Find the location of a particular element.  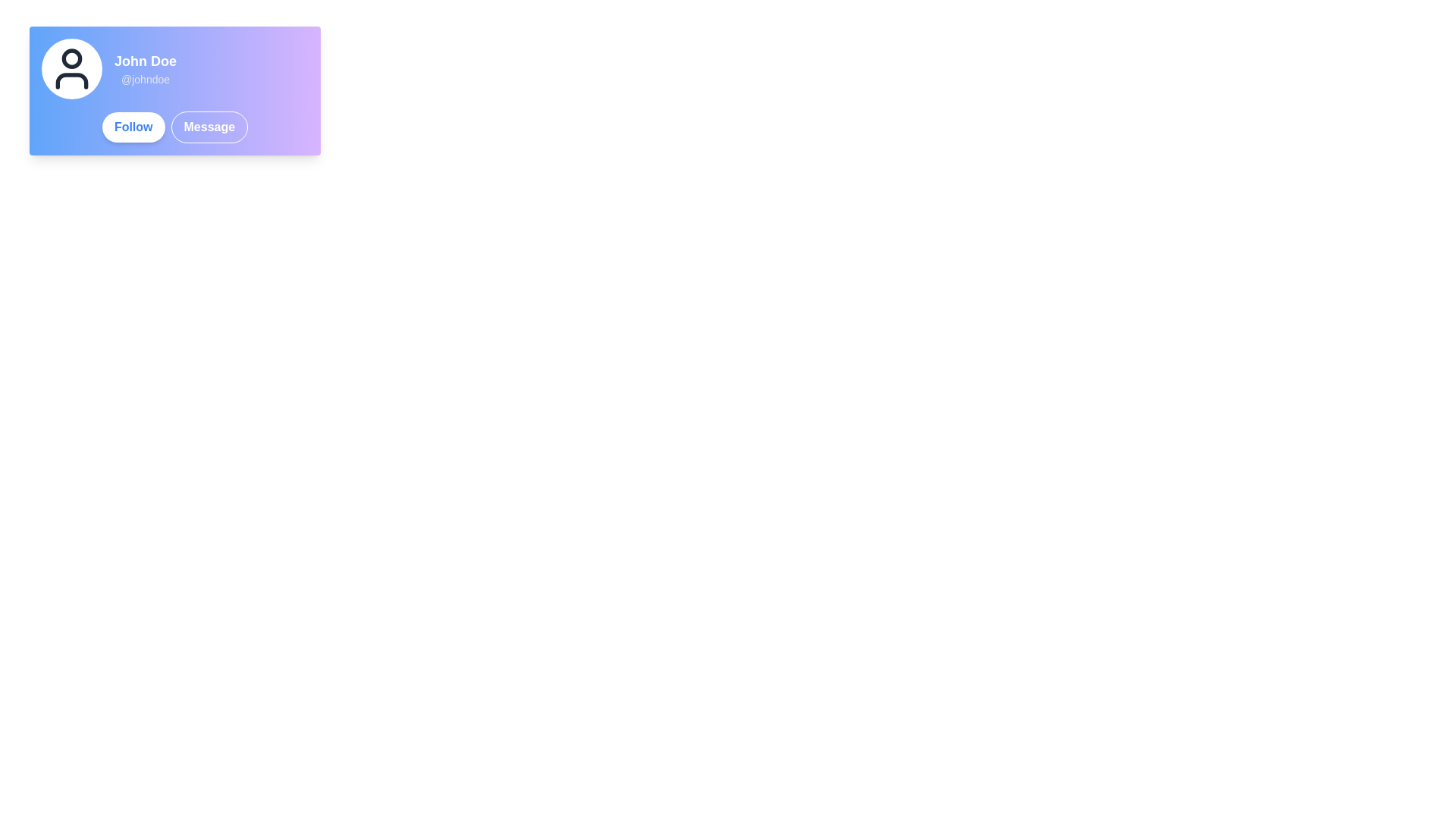

the user profile silhouette icon, which is black and located at the top-left corner of the card layout, to the left of the name 'John Doe' is located at coordinates (71, 69).